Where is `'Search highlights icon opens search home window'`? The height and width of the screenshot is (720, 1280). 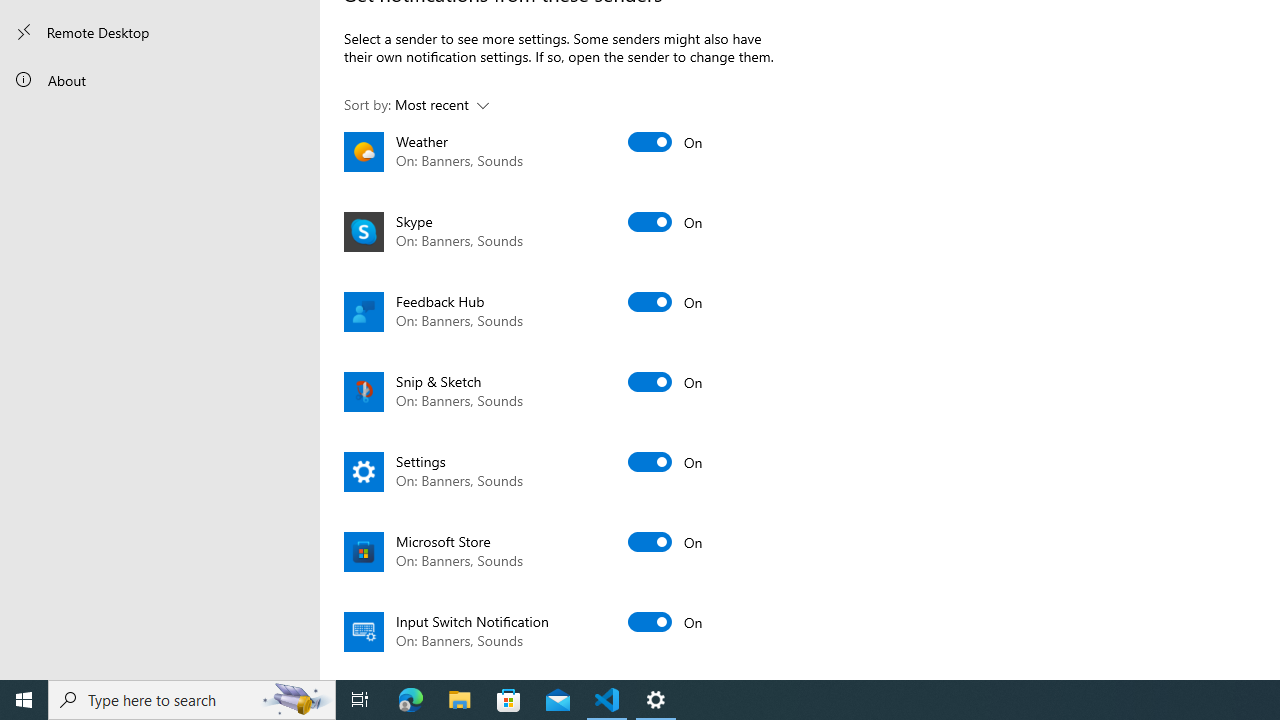
'Search highlights icon opens search home window' is located at coordinates (294, 698).